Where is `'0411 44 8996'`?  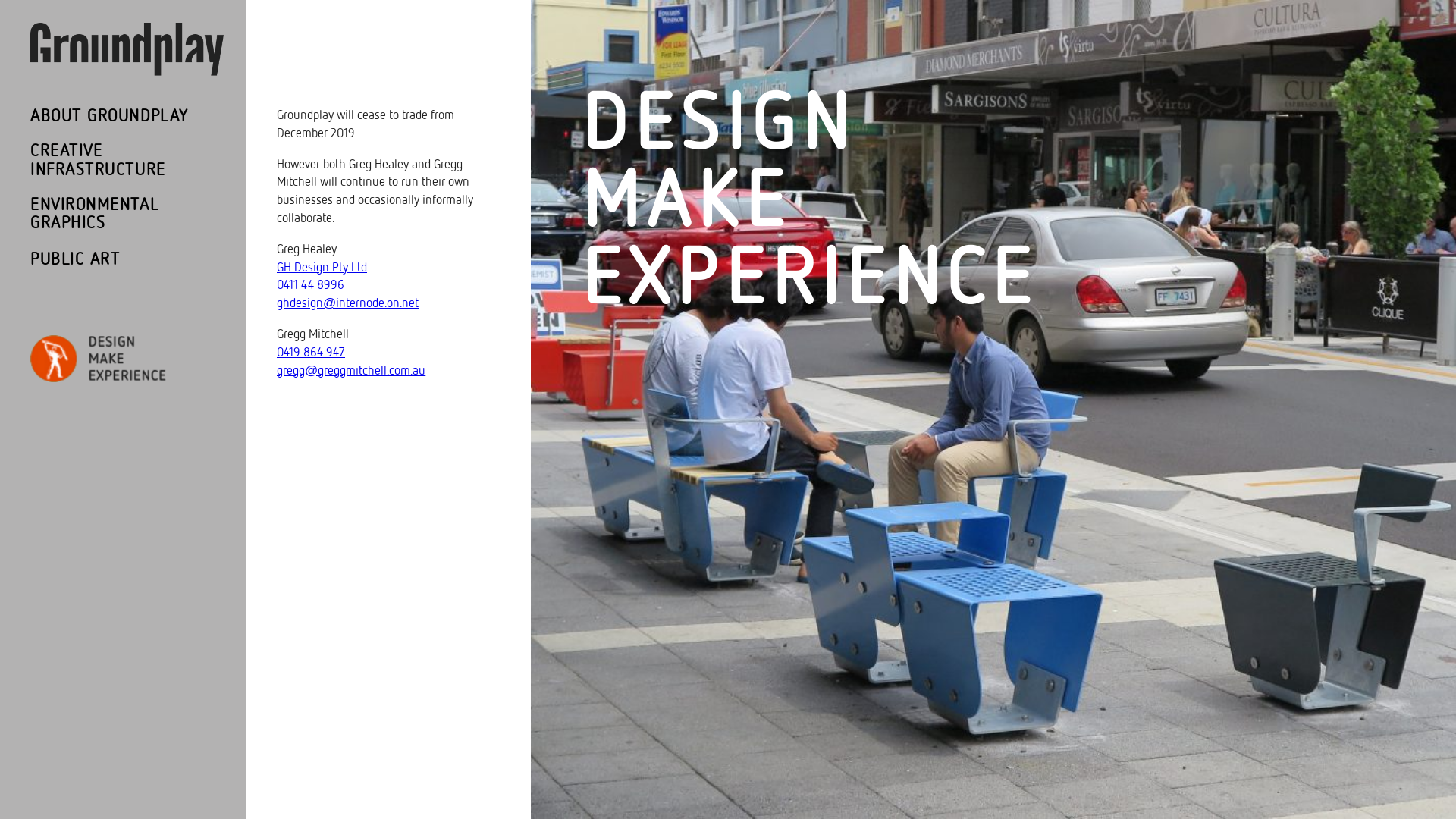
'0411 44 8996' is located at coordinates (309, 284).